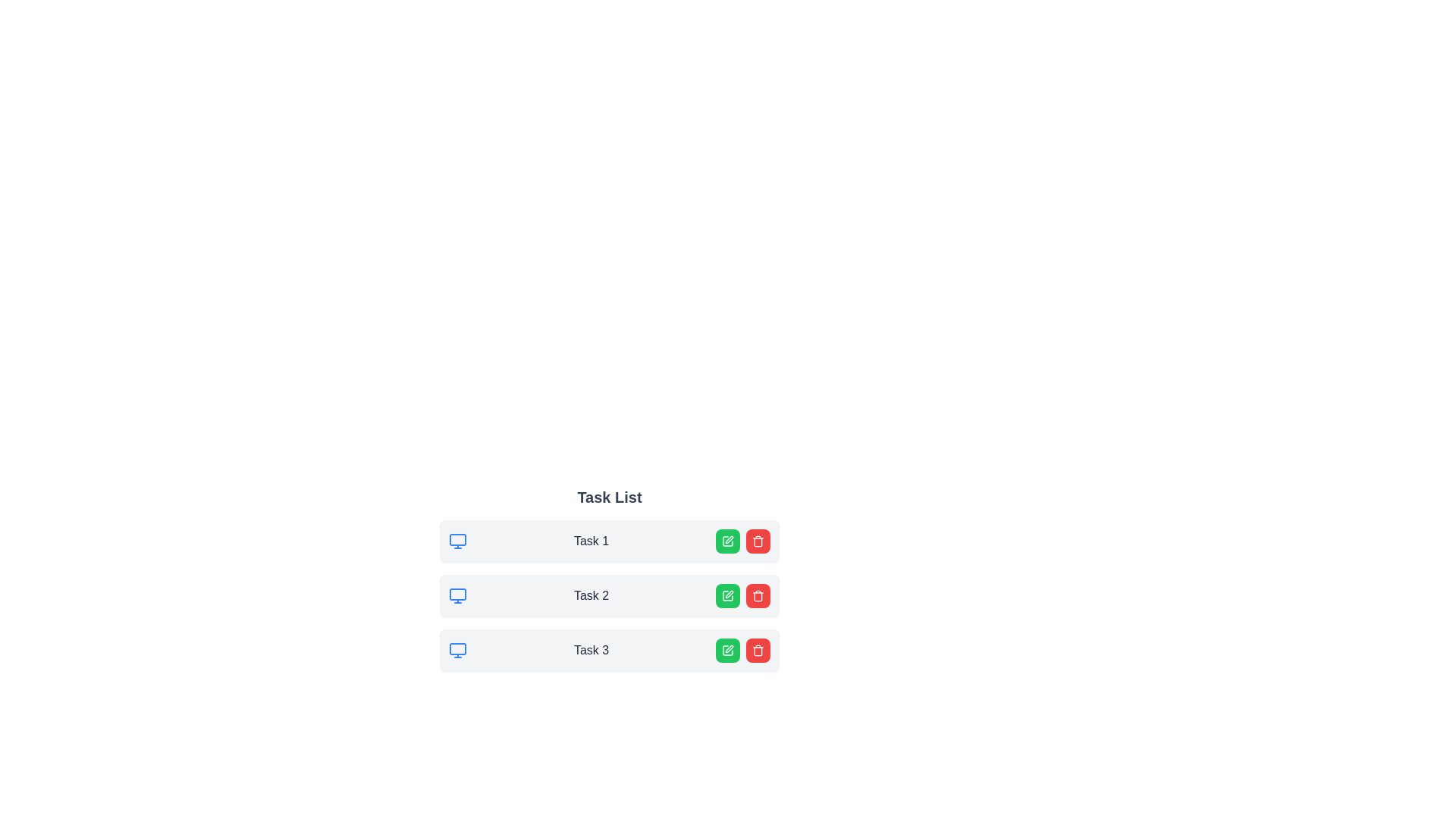 This screenshot has height=819, width=1456. What do you see at coordinates (728, 540) in the screenshot?
I see `the green button with a pen icon, located to the left of the red button in the task row labeled 'Task 1'` at bounding box center [728, 540].